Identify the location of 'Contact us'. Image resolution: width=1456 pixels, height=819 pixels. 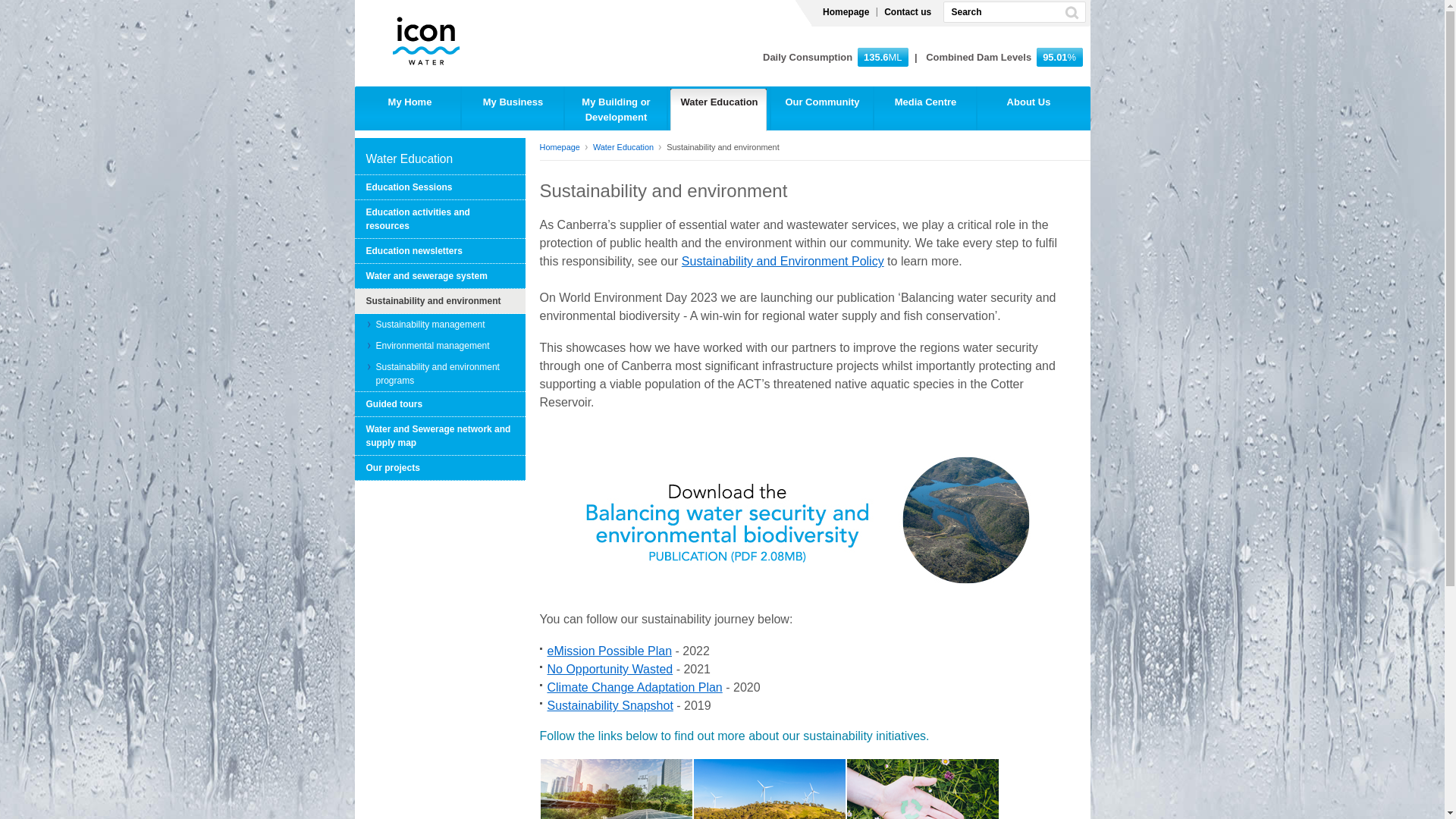
(907, 11).